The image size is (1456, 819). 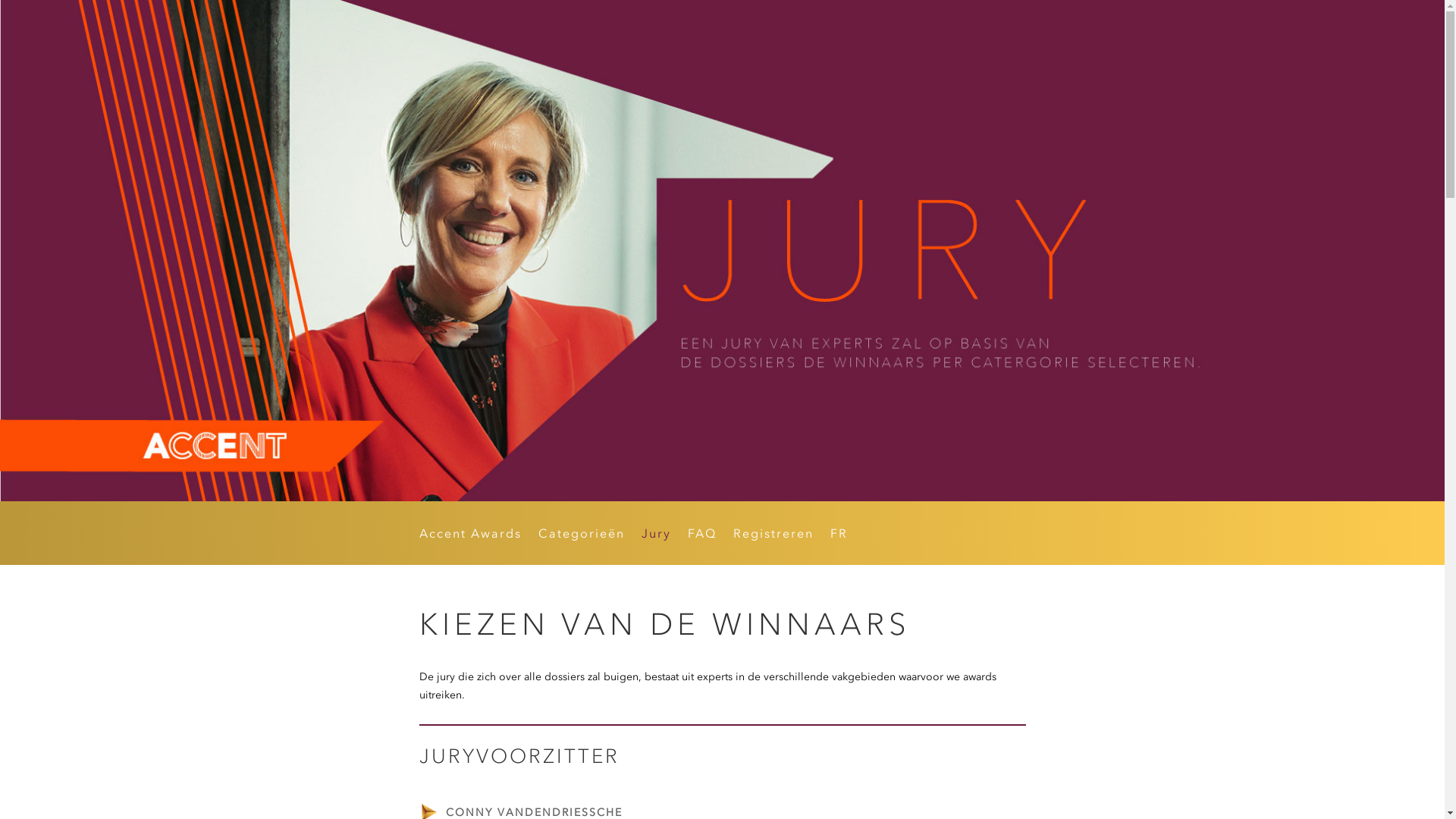 What do you see at coordinates (686, 535) in the screenshot?
I see `'FAQ'` at bounding box center [686, 535].